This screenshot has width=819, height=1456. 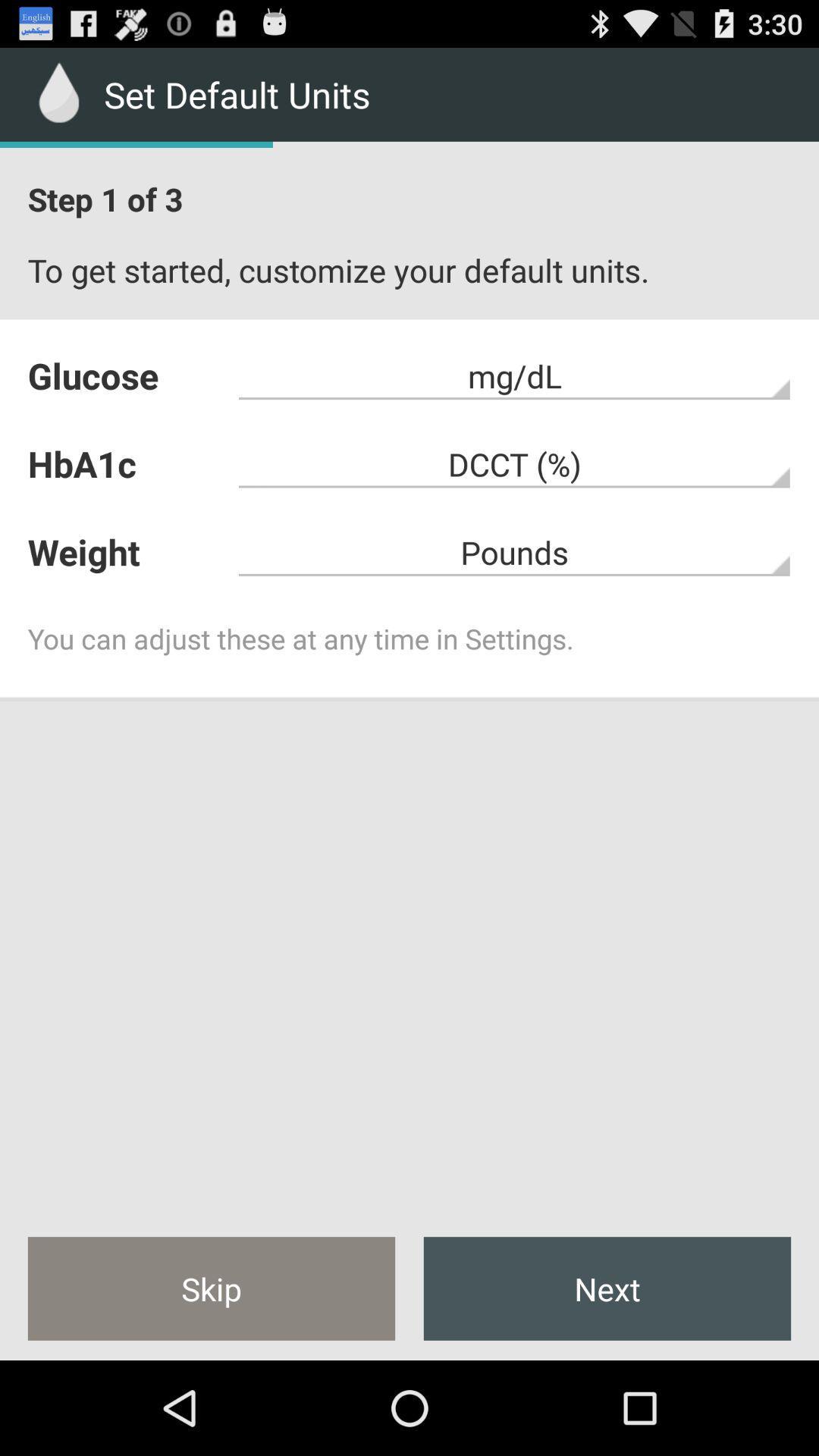 What do you see at coordinates (211, 1288) in the screenshot?
I see `icon to the left of next` at bounding box center [211, 1288].